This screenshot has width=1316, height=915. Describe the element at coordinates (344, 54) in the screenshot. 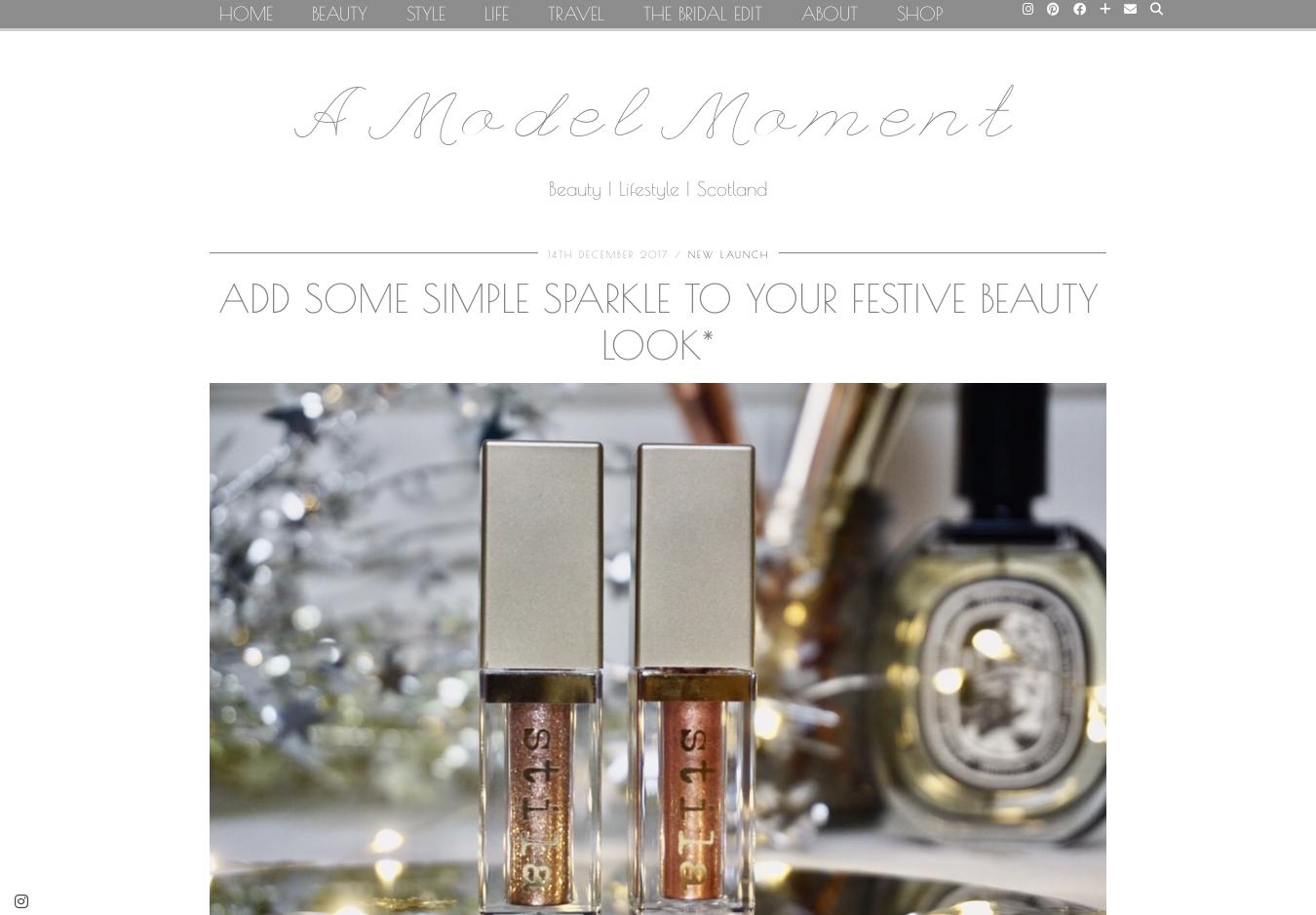

I see `'Makeup'` at that location.